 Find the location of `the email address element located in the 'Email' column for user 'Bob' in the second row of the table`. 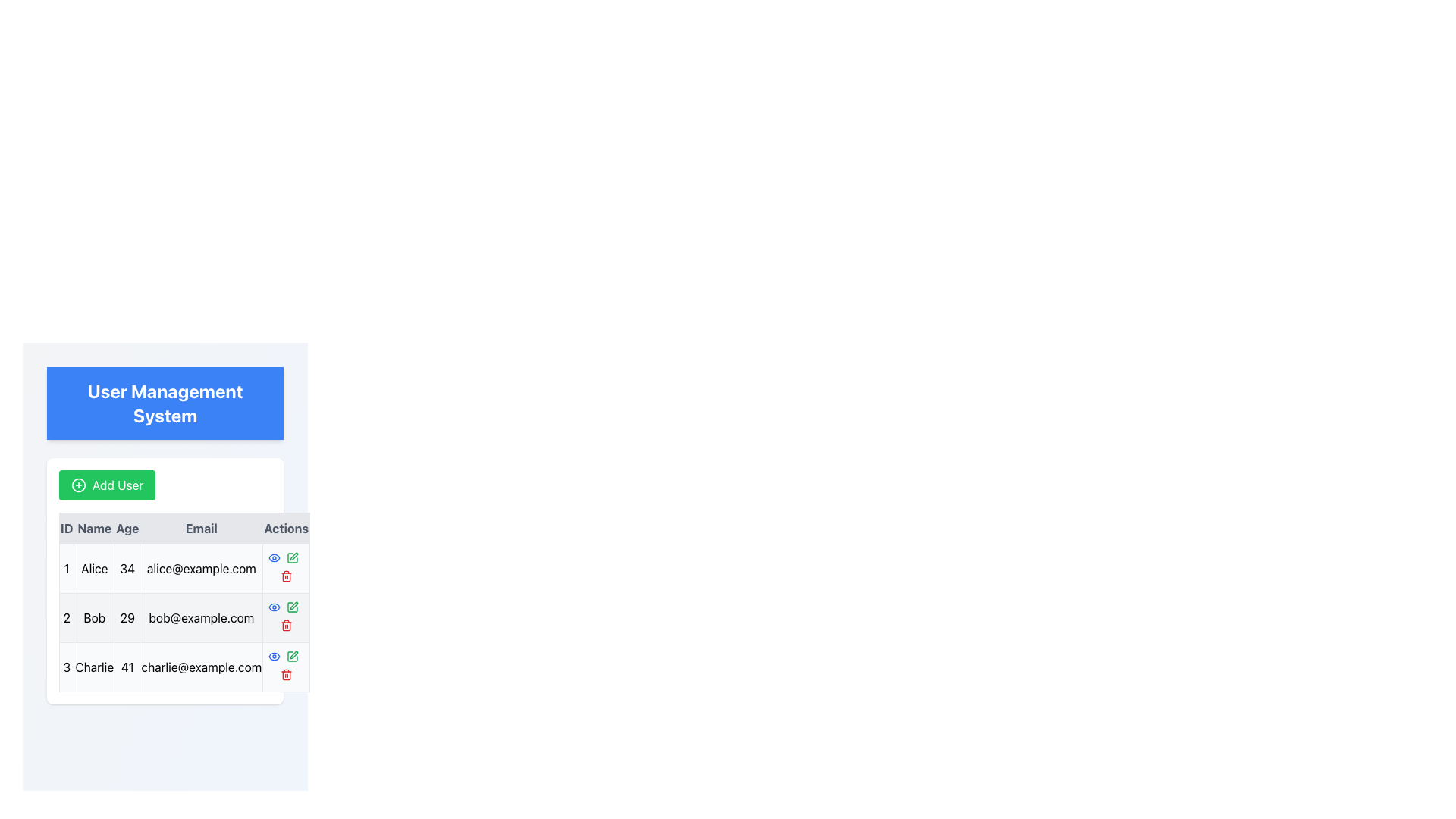

the email address element located in the 'Email' column for user 'Bob' in the second row of the table is located at coordinates (200, 617).